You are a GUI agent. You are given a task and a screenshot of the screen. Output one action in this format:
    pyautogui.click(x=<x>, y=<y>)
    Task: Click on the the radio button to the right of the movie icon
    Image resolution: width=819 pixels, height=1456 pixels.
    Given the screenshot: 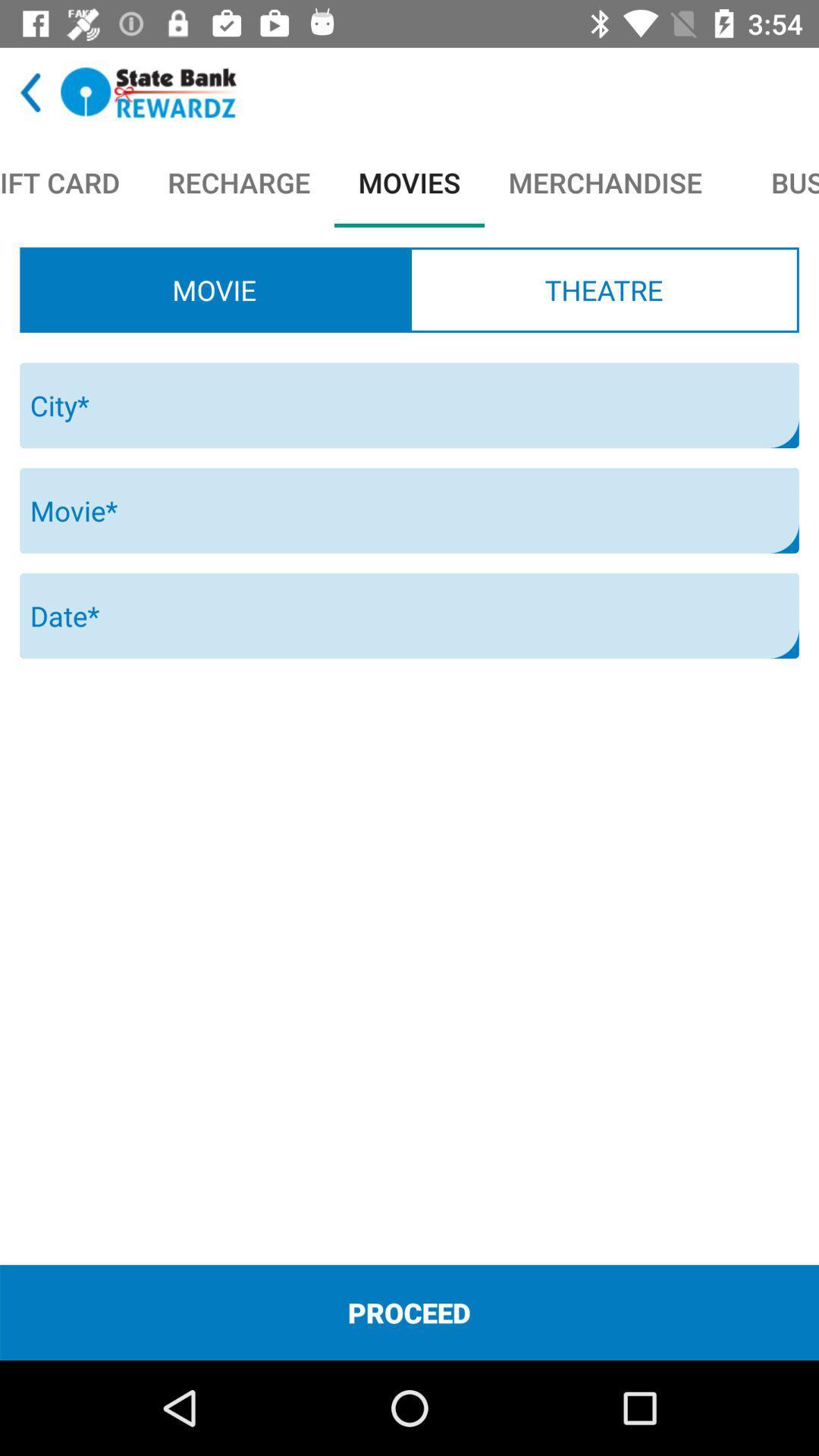 What is the action you would take?
    pyautogui.click(x=603, y=290)
    